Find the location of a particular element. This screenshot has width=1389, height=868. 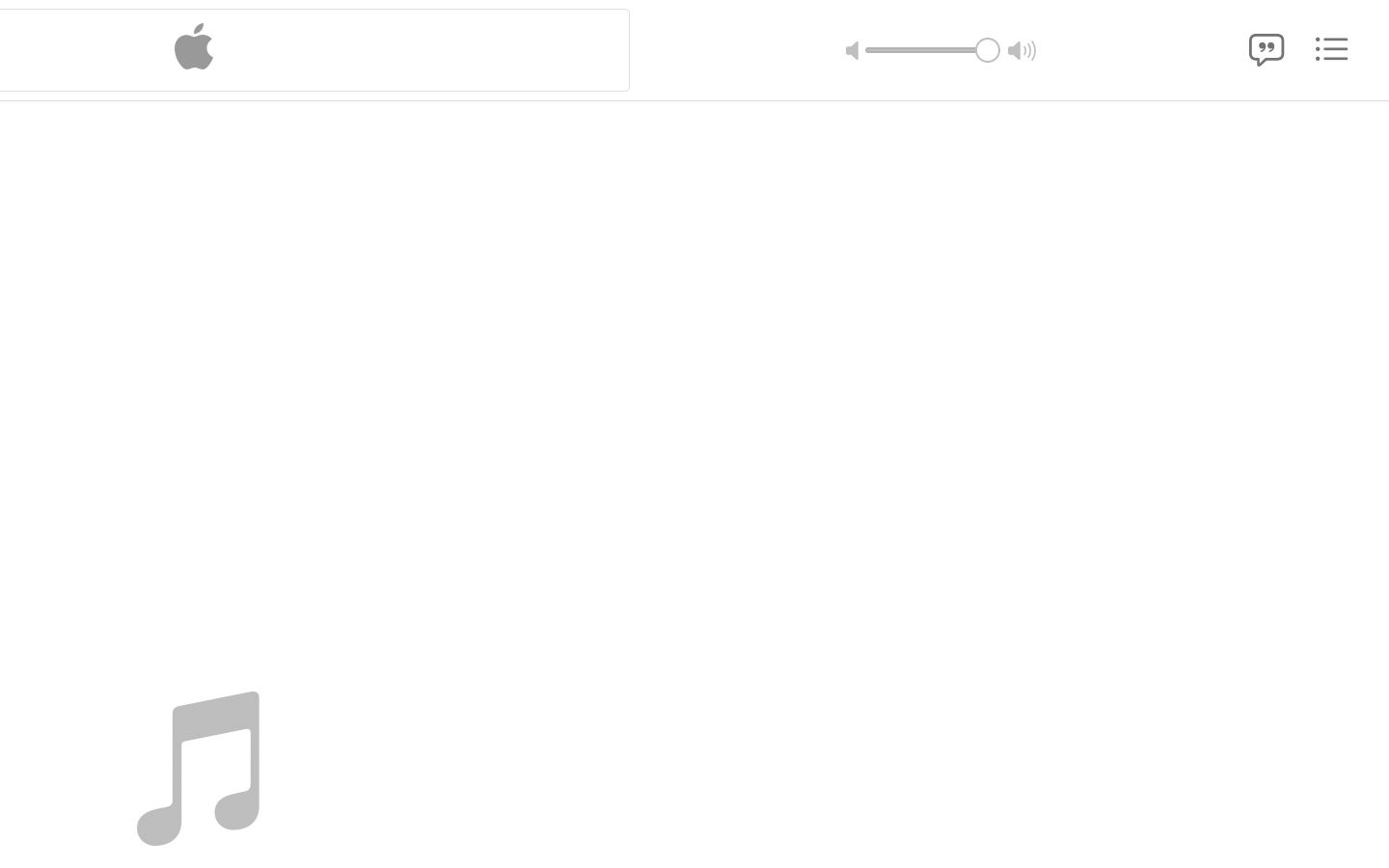

'1.0' is located at coordinates (930, 48).